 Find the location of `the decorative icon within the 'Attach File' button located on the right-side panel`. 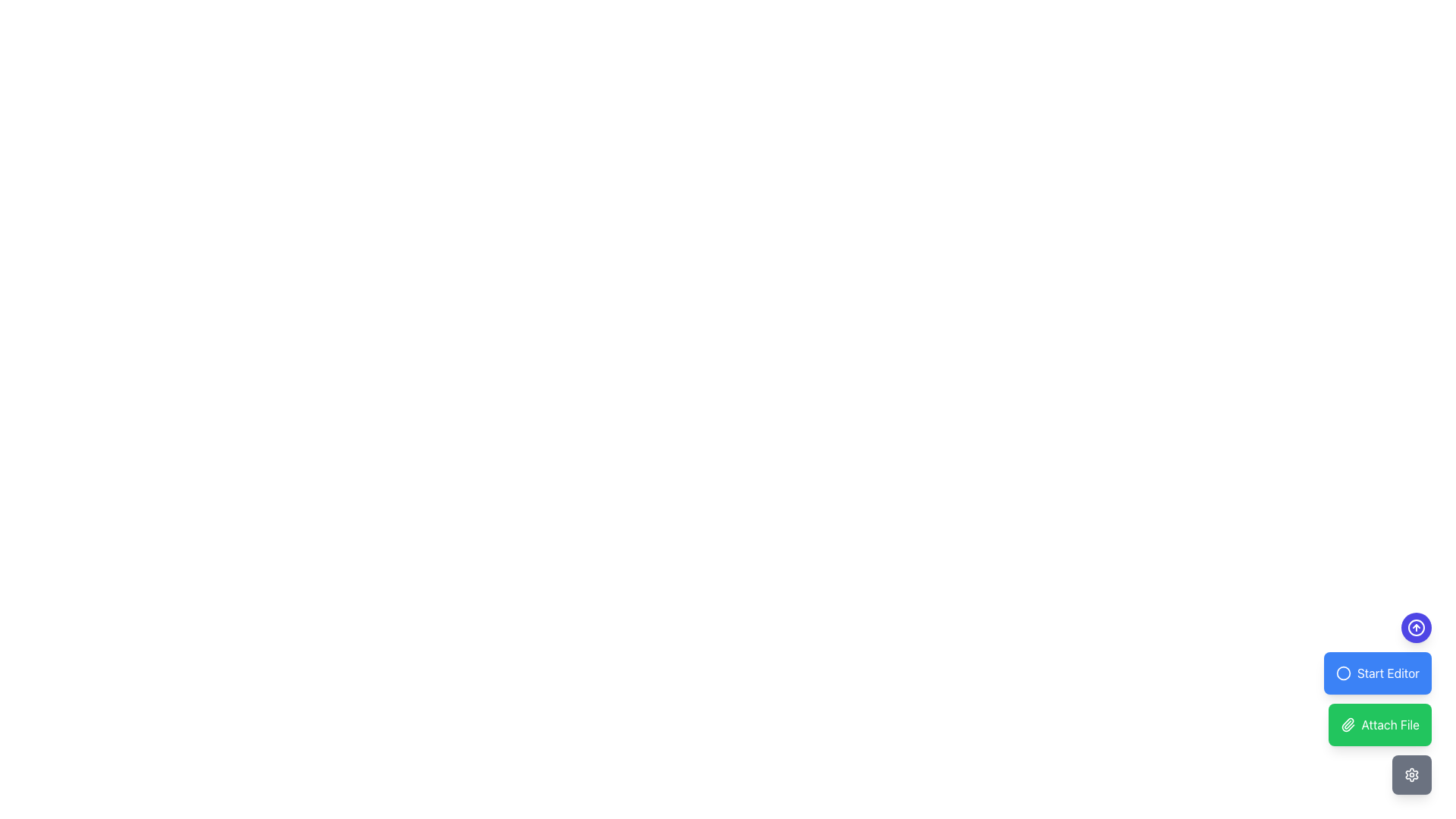

the decorative icon within the 'Attach File' button located on the right-side panel is located at coordinates (1348, 724).